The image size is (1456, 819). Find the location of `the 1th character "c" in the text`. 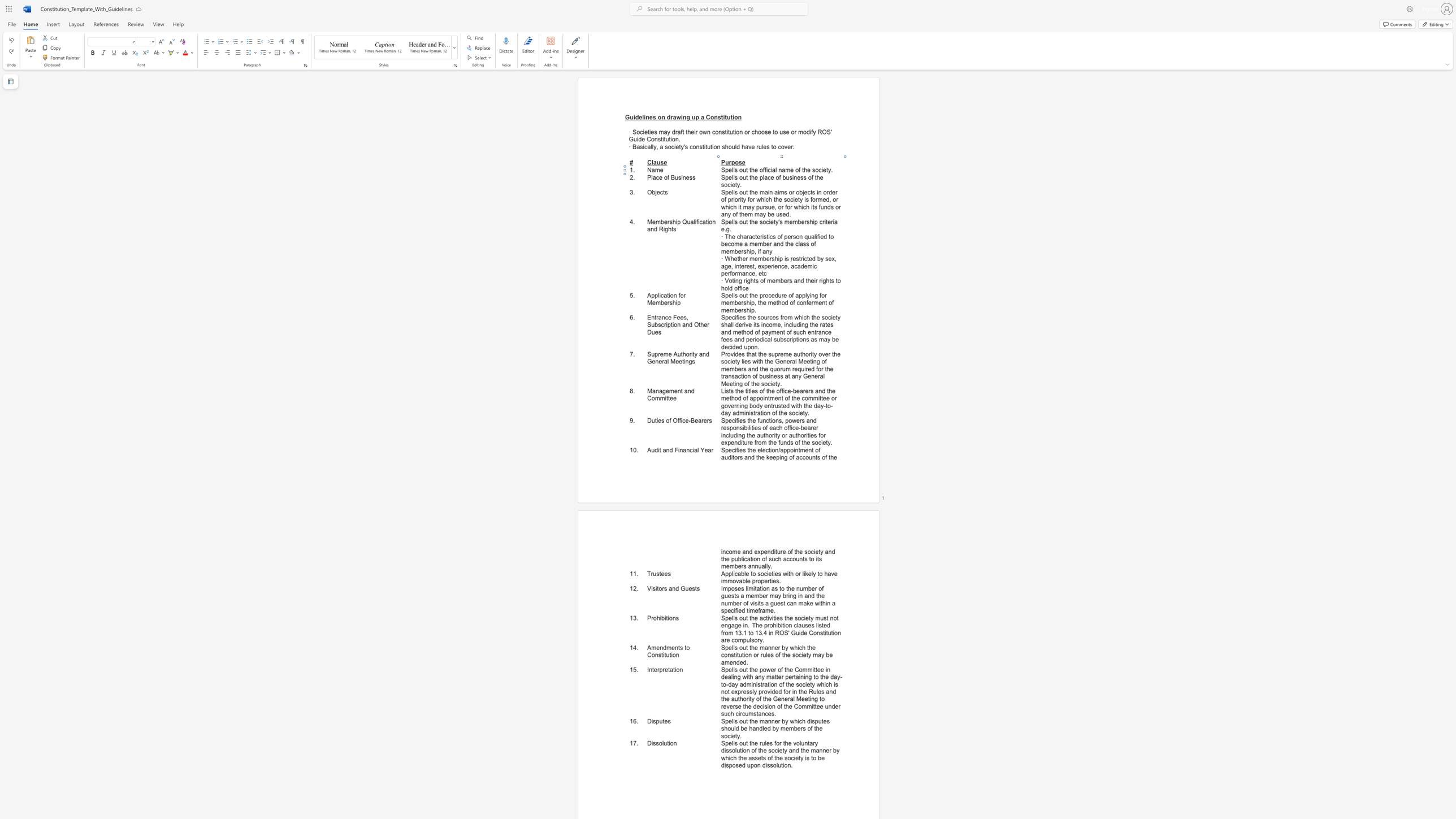

the 1th character "c" in the text is located at coordinates (769, 177).